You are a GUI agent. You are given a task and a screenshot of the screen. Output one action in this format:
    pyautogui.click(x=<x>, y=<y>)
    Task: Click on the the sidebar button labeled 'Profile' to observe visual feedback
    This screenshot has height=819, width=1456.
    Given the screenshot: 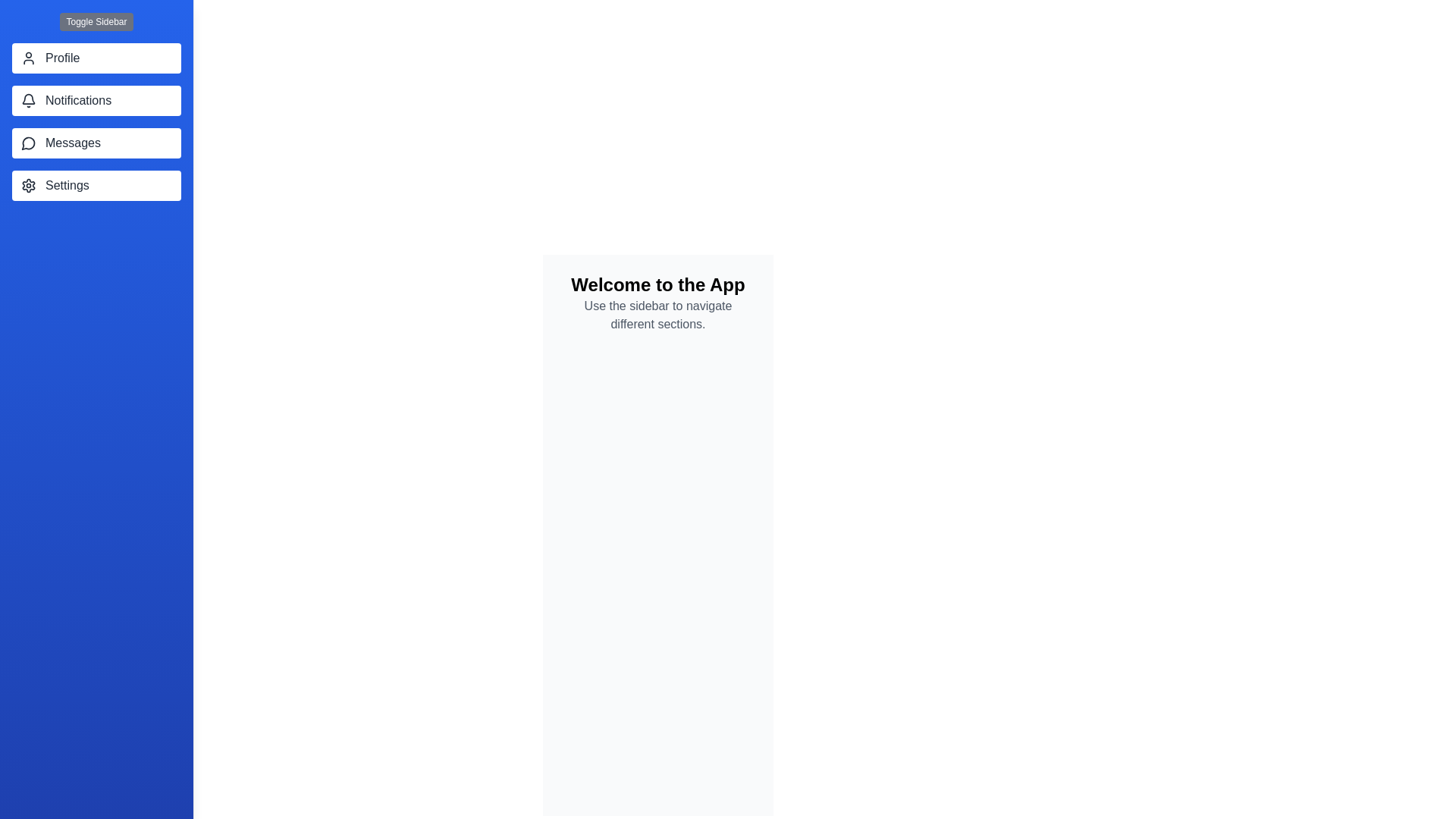 What is the action you would take?
    pyautogui.click(x=96, y=58)
    